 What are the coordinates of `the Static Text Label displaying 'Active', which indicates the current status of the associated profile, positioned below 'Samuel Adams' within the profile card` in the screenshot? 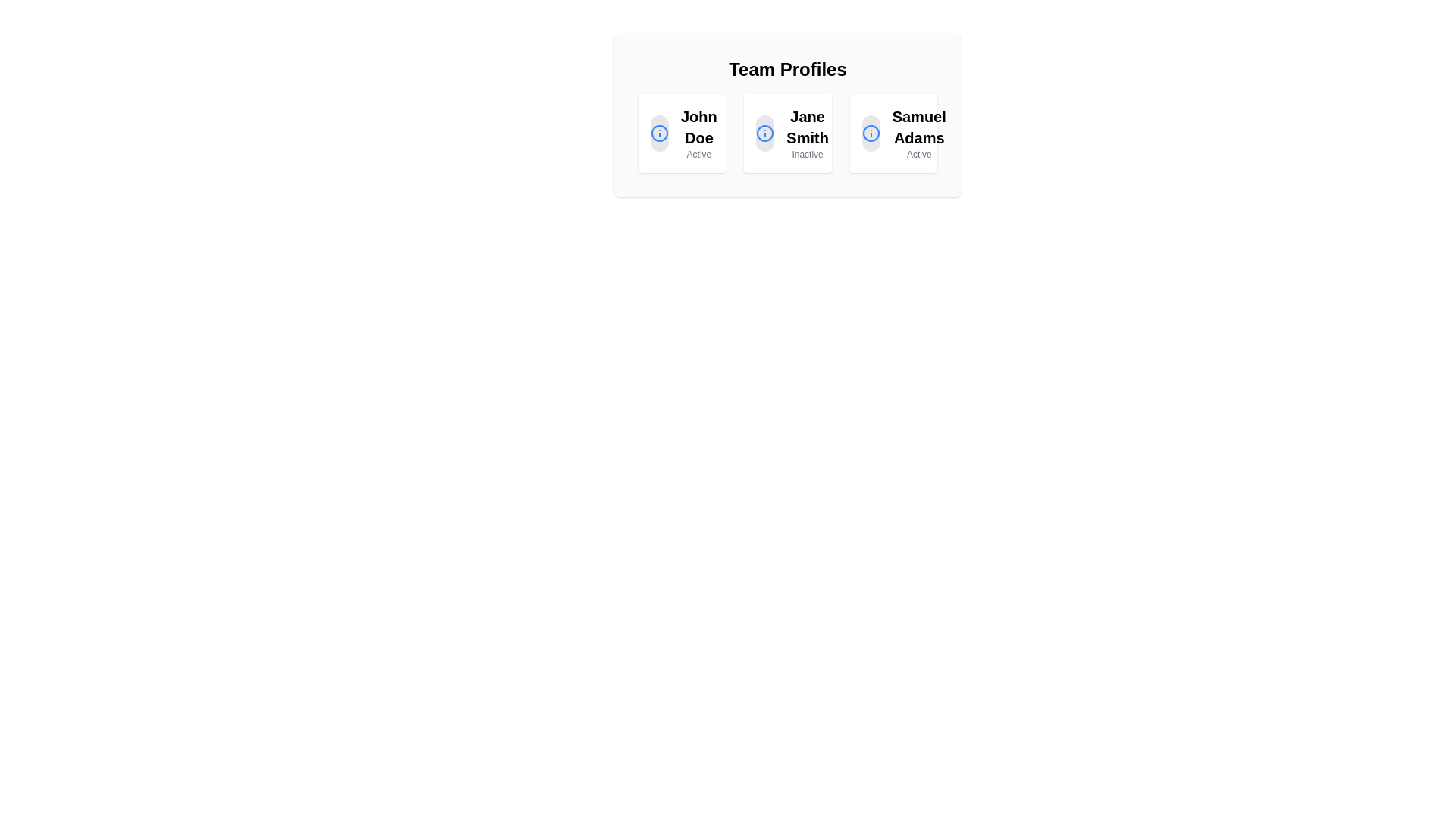 It's located at (918, 155).